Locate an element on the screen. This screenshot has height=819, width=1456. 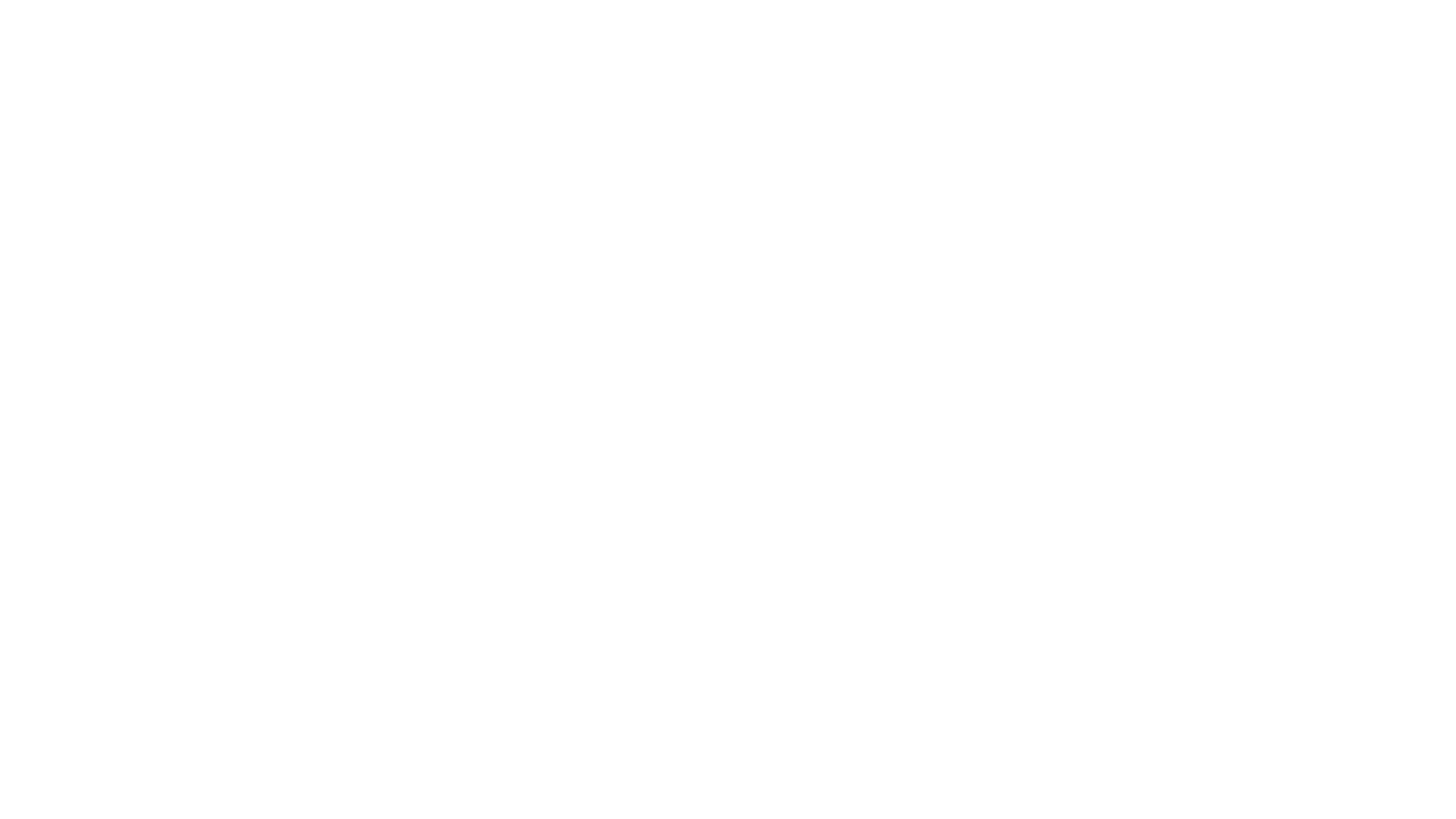
Erick Lopez is located at coordinates (628, 185).